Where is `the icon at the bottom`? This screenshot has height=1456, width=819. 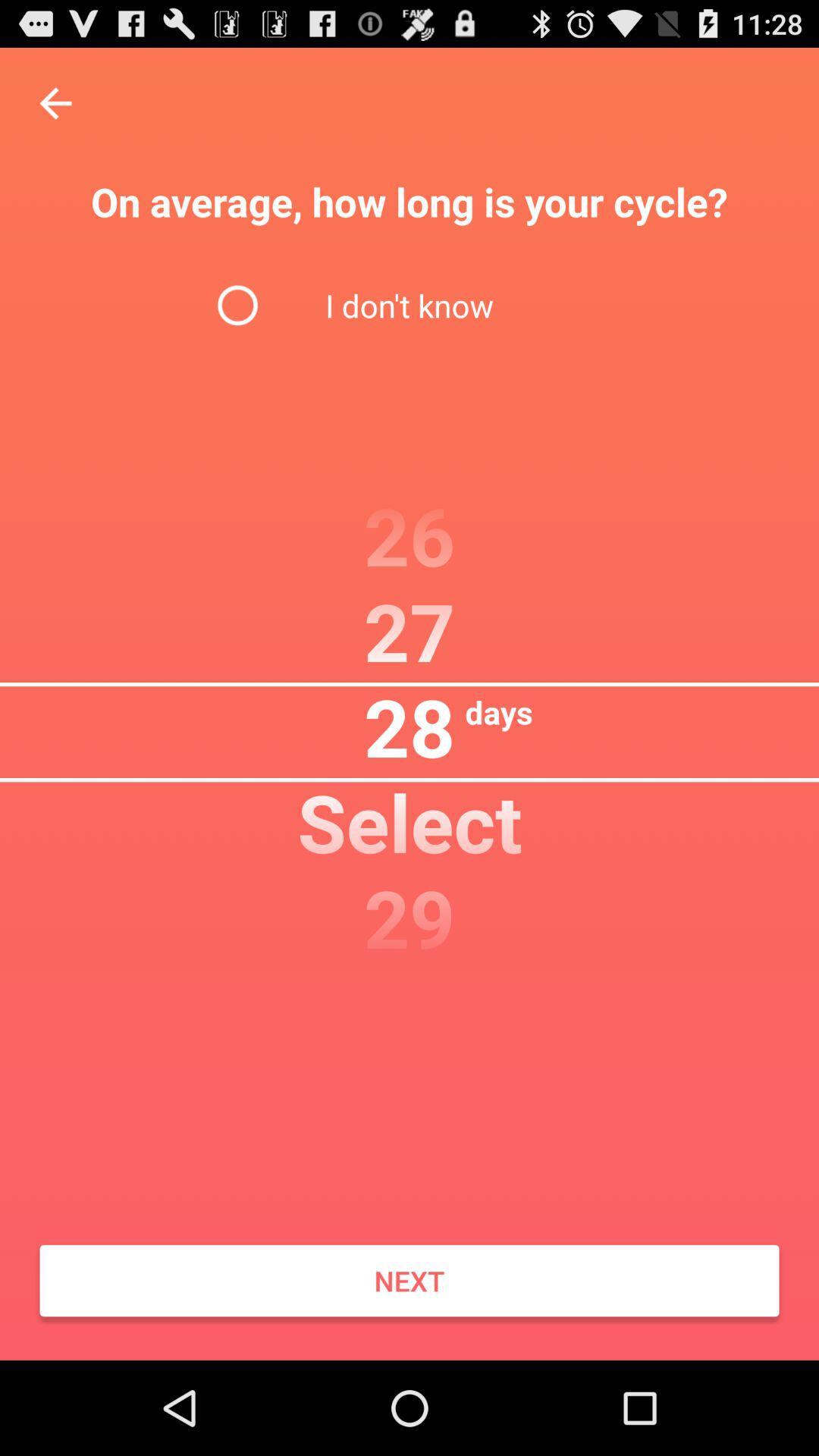
the icon at the bottom is located at coordinates (409, 1280).